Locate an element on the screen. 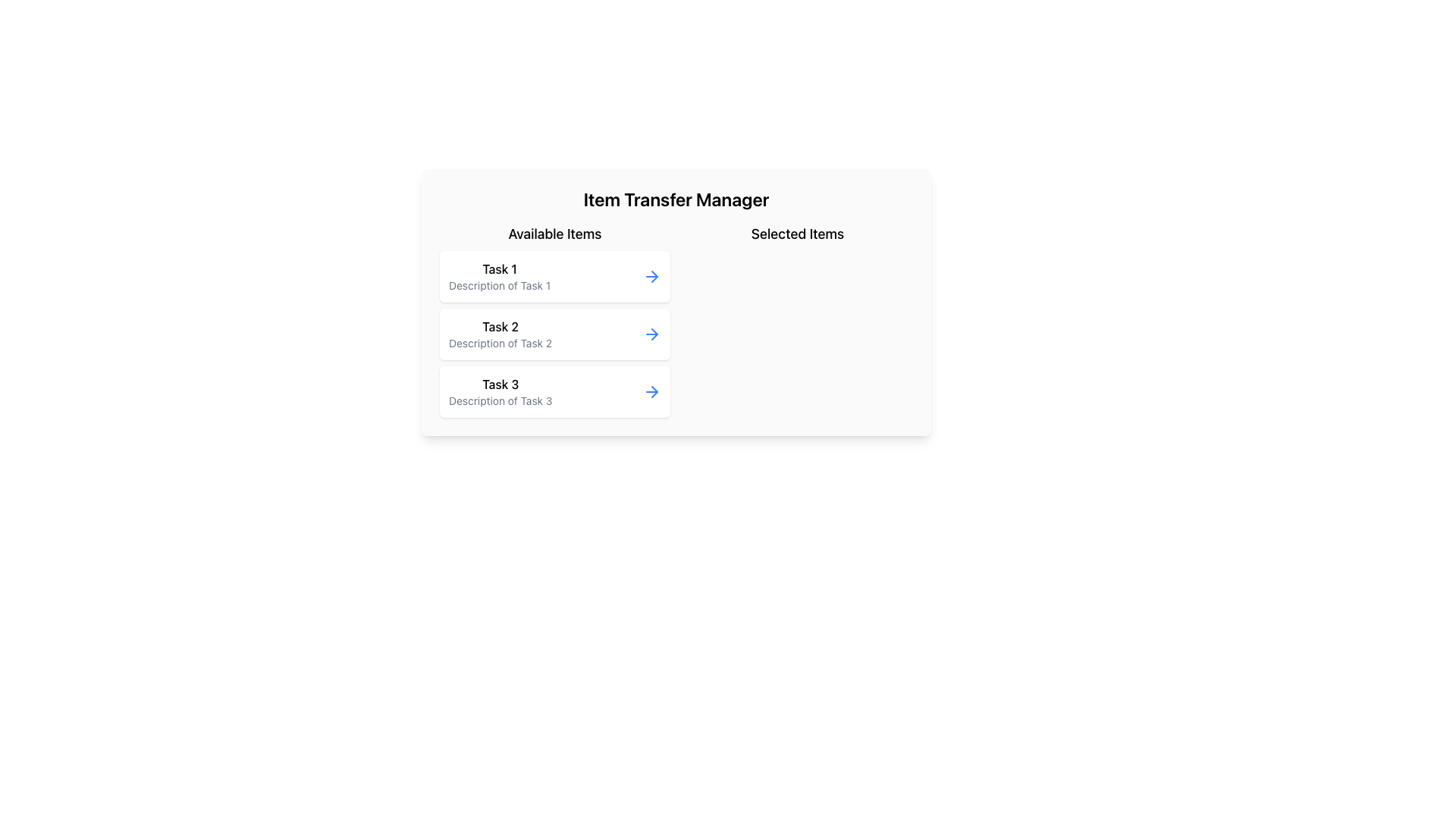  the text label 'Task 2', which serves as a concise identifier for the associated task description in the left section under 'Available Items' is located at coordinates (500, 326).